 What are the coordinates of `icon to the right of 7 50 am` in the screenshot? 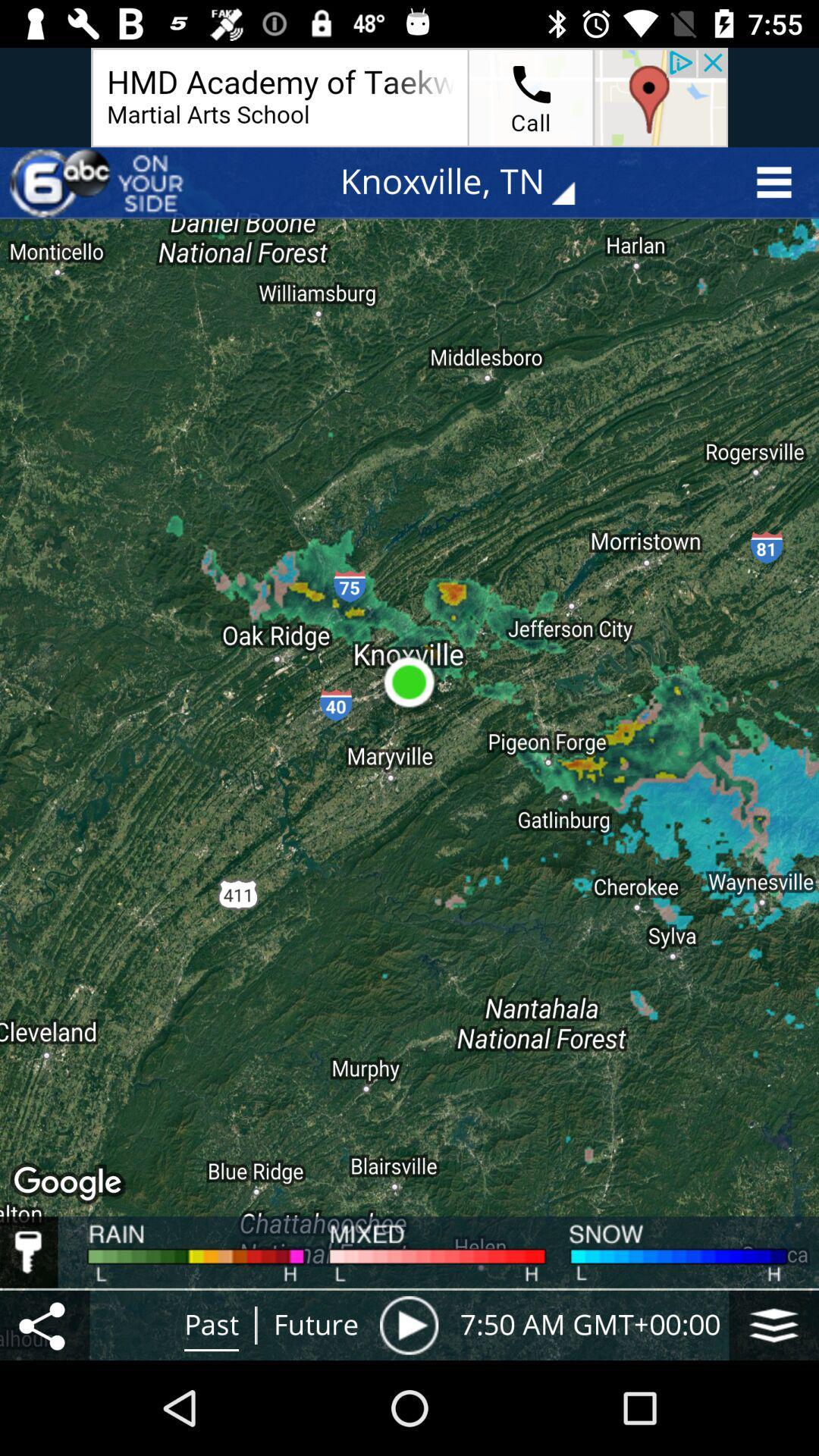 It's located at (773, 1324).